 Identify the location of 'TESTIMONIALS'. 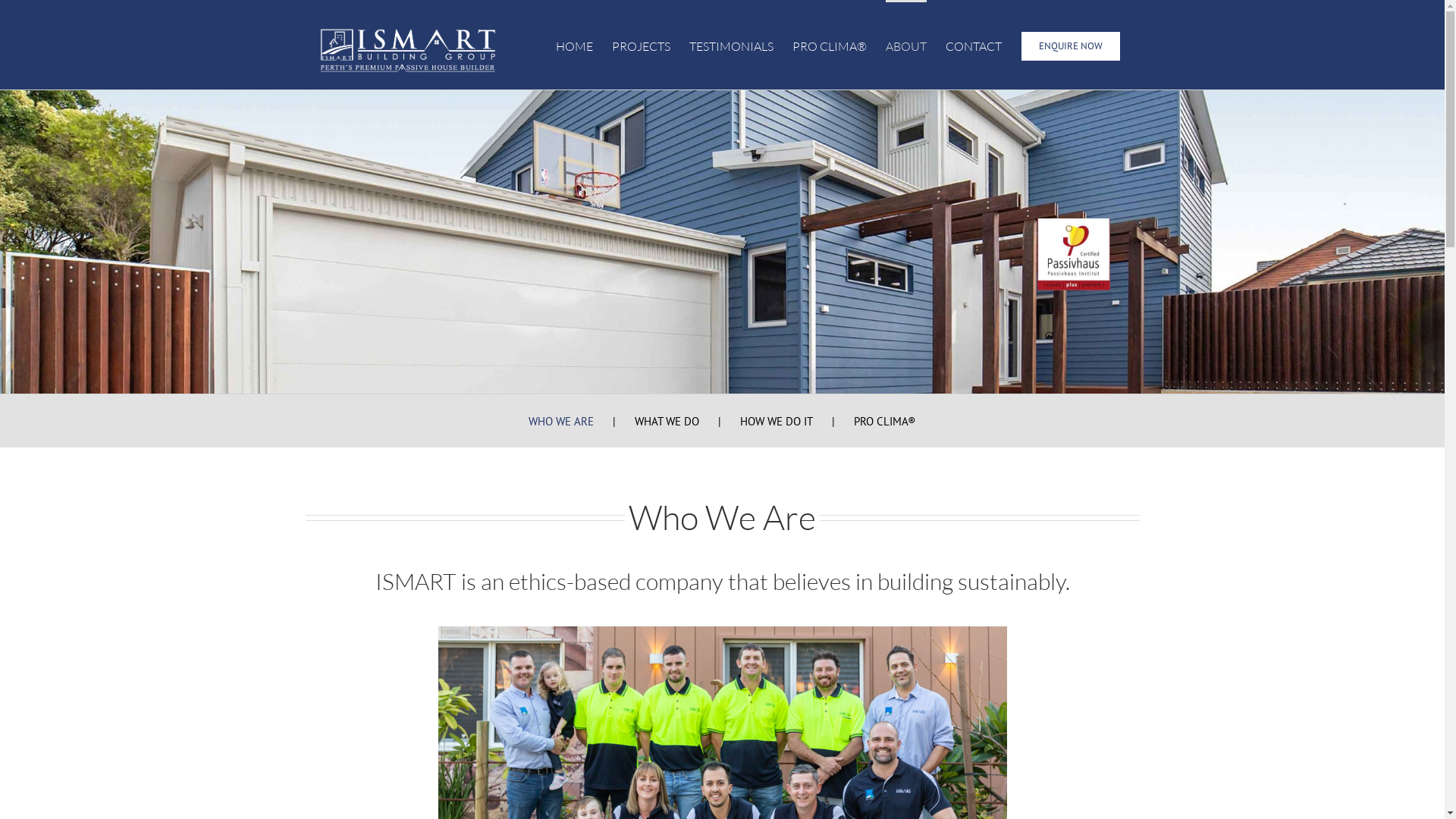
(730, 43).